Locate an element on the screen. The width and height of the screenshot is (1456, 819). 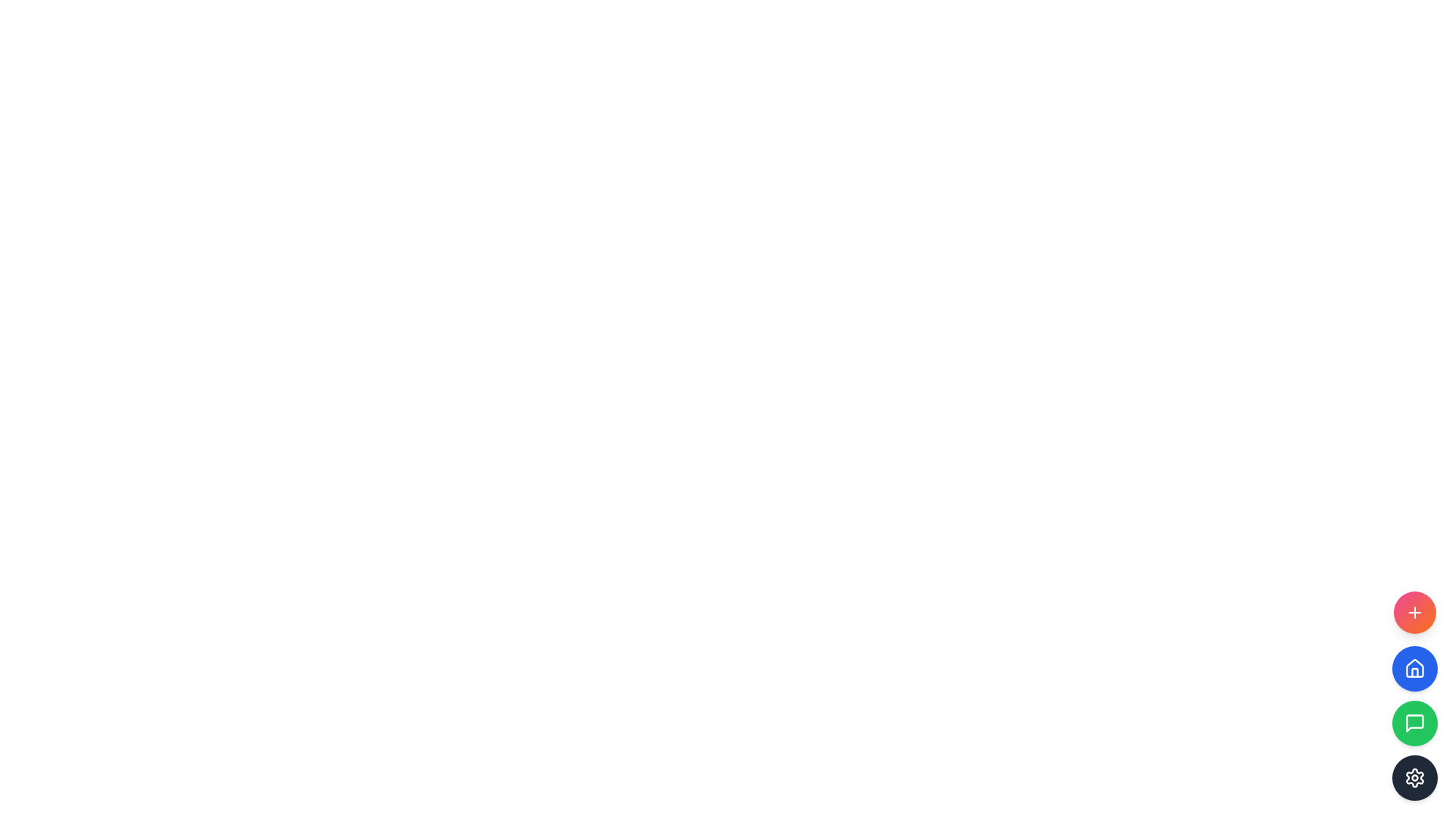
the circular green button with a speech bubble icon located in the bottom-right corner of the UI is located at coordinates (1414, 696).